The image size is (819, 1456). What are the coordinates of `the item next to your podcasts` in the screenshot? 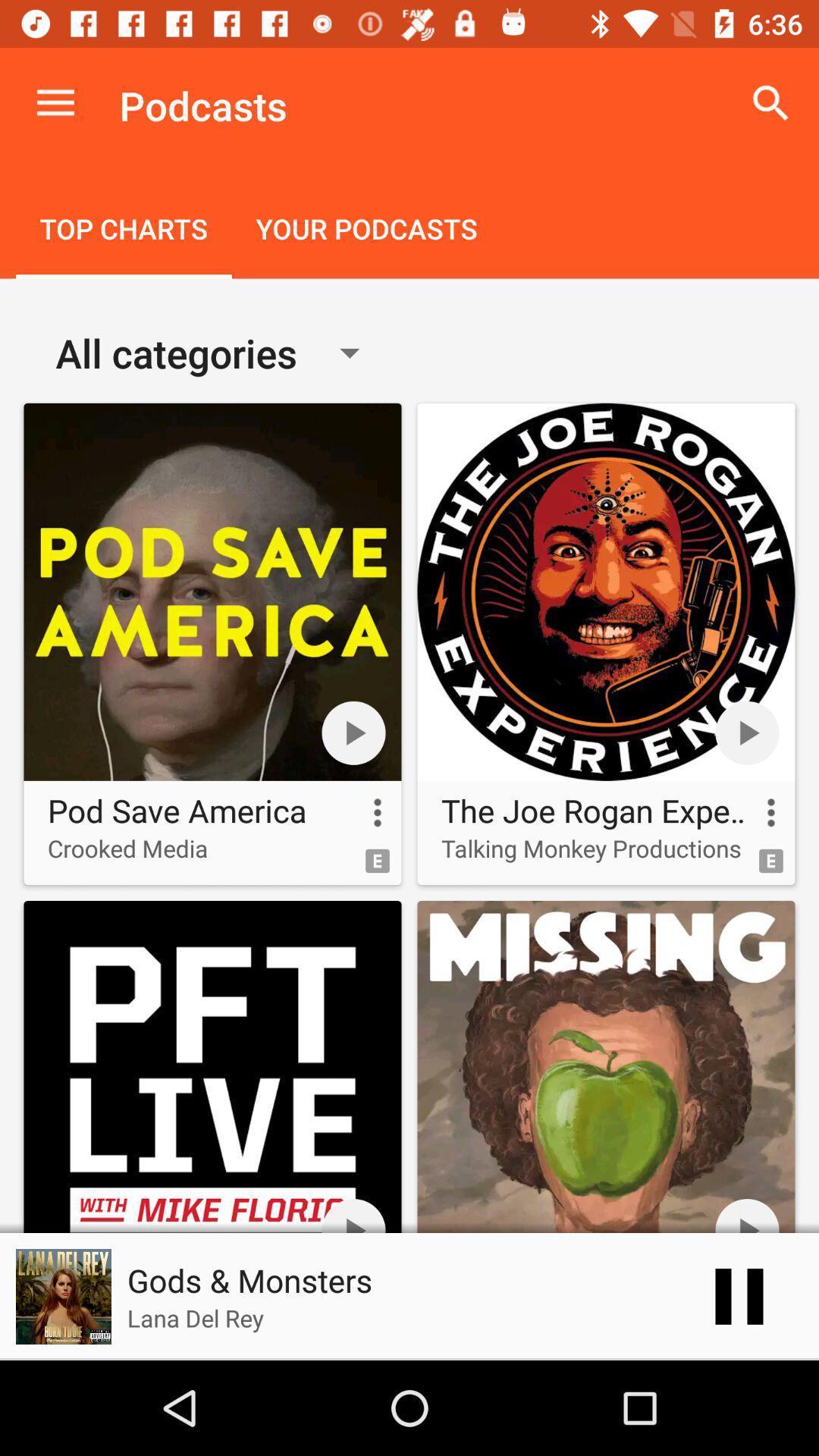 It's located at (123, 230).